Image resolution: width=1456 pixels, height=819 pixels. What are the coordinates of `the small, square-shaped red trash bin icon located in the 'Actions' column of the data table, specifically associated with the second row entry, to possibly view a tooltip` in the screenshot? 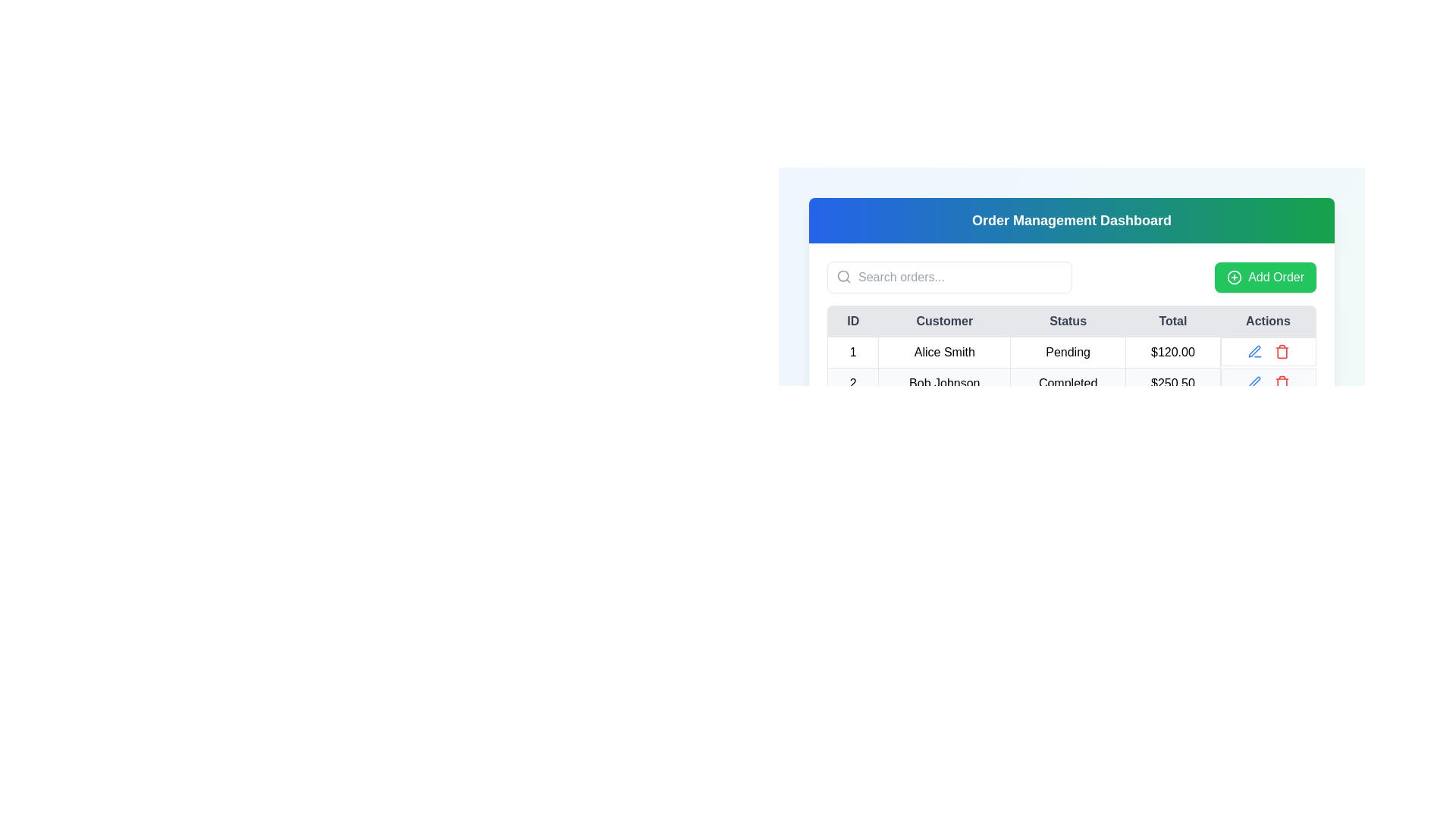 It's located at (1281, 351).